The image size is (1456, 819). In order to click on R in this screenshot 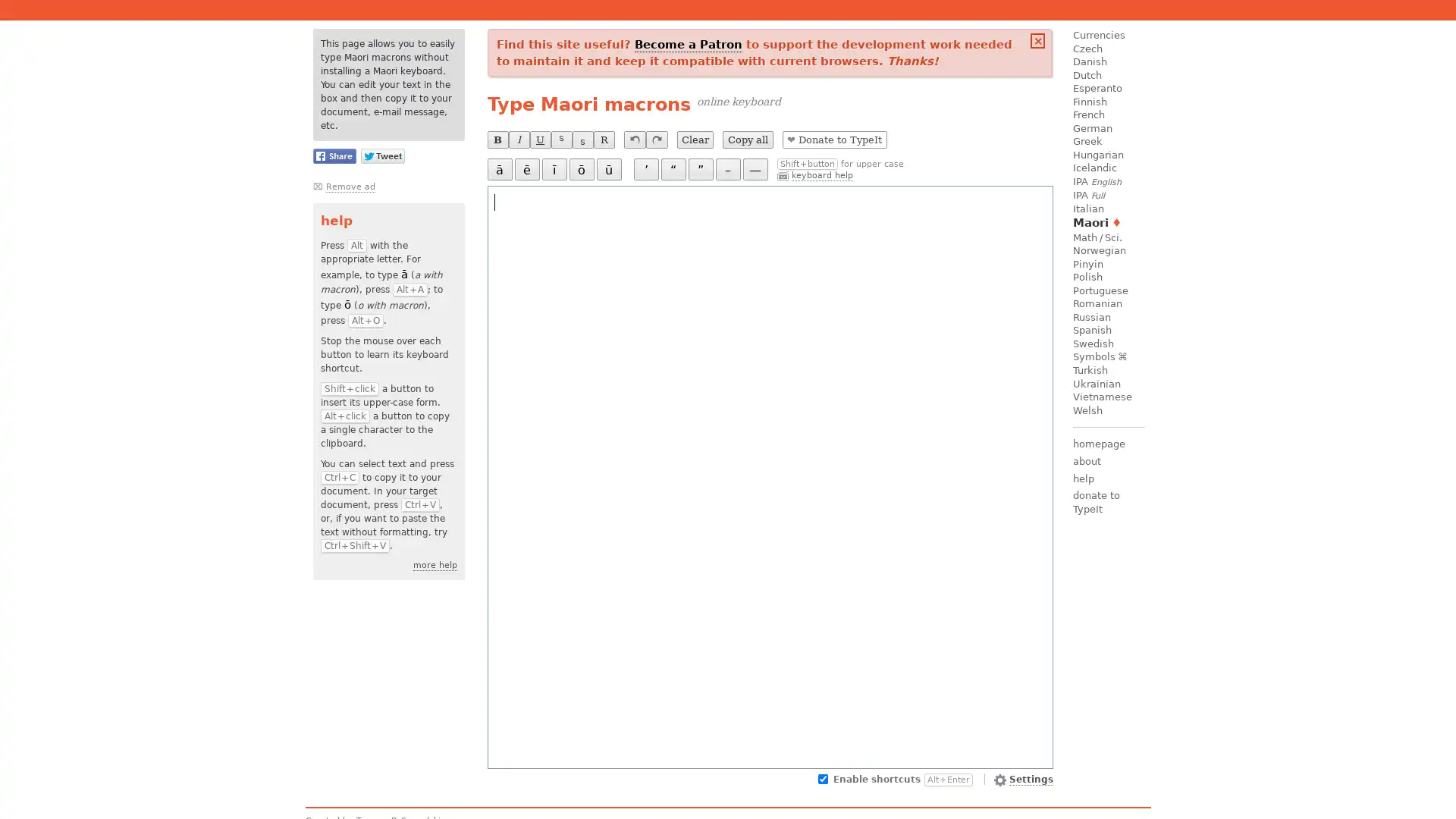, I will do `click(603, 140)`.